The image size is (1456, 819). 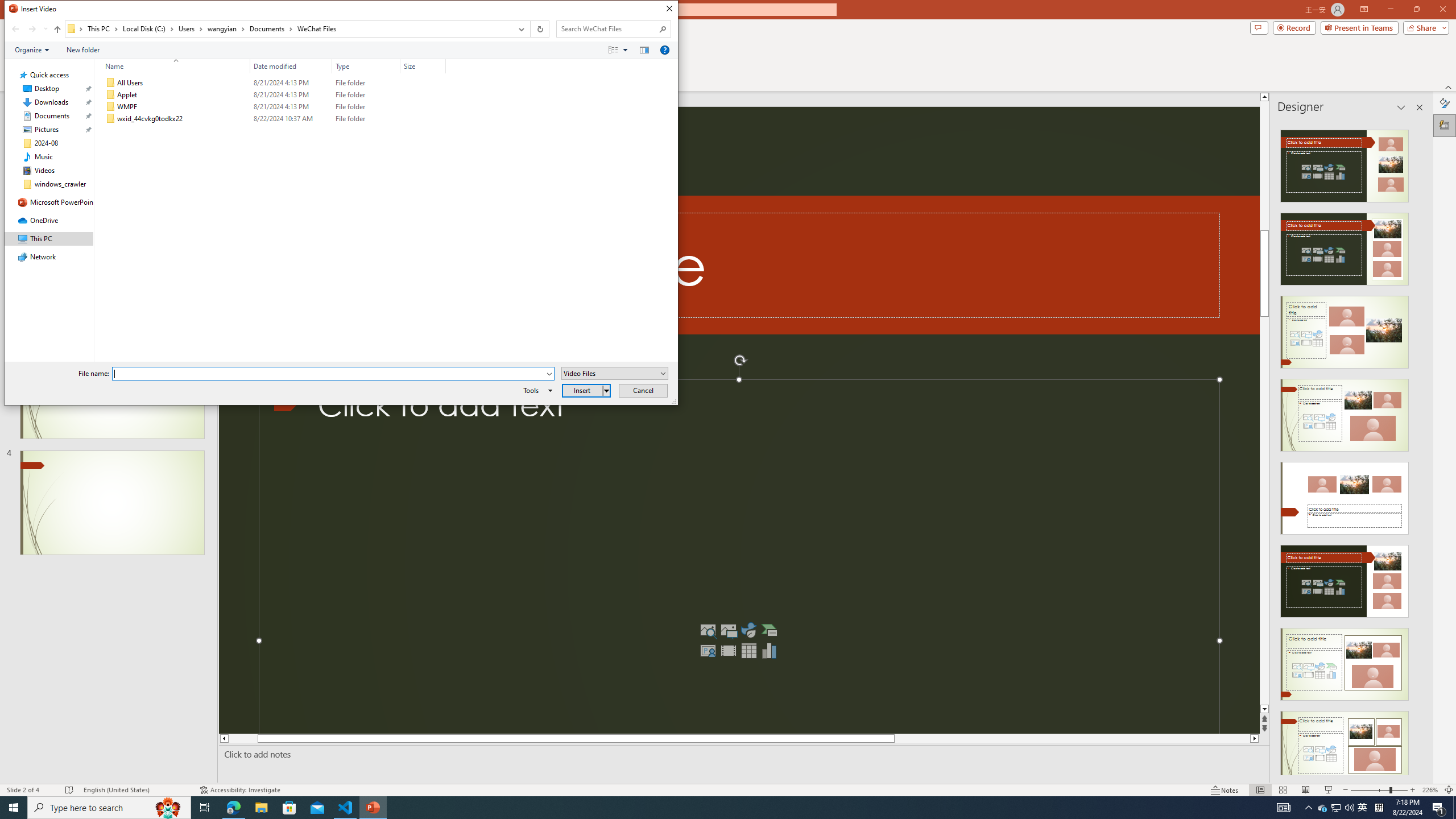 I want to click on '&Help', so click(x=664, y=49).